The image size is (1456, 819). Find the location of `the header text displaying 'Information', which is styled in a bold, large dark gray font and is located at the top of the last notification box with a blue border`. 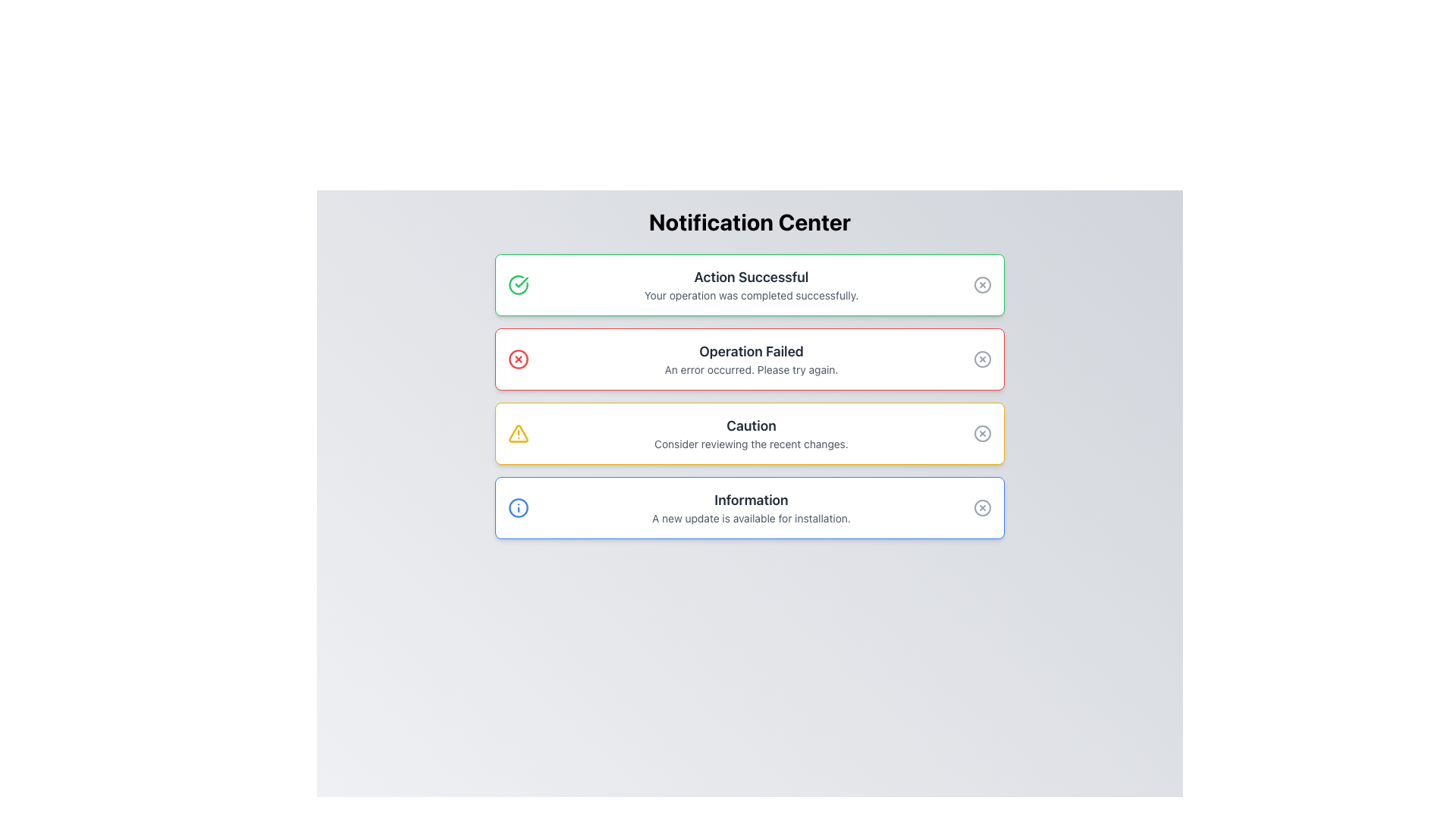

the header text displaying 'Information', which is styled in a bold, large dark gray font and is located at the top of the last notification box with a blue border is located at coordinates (751, 500).